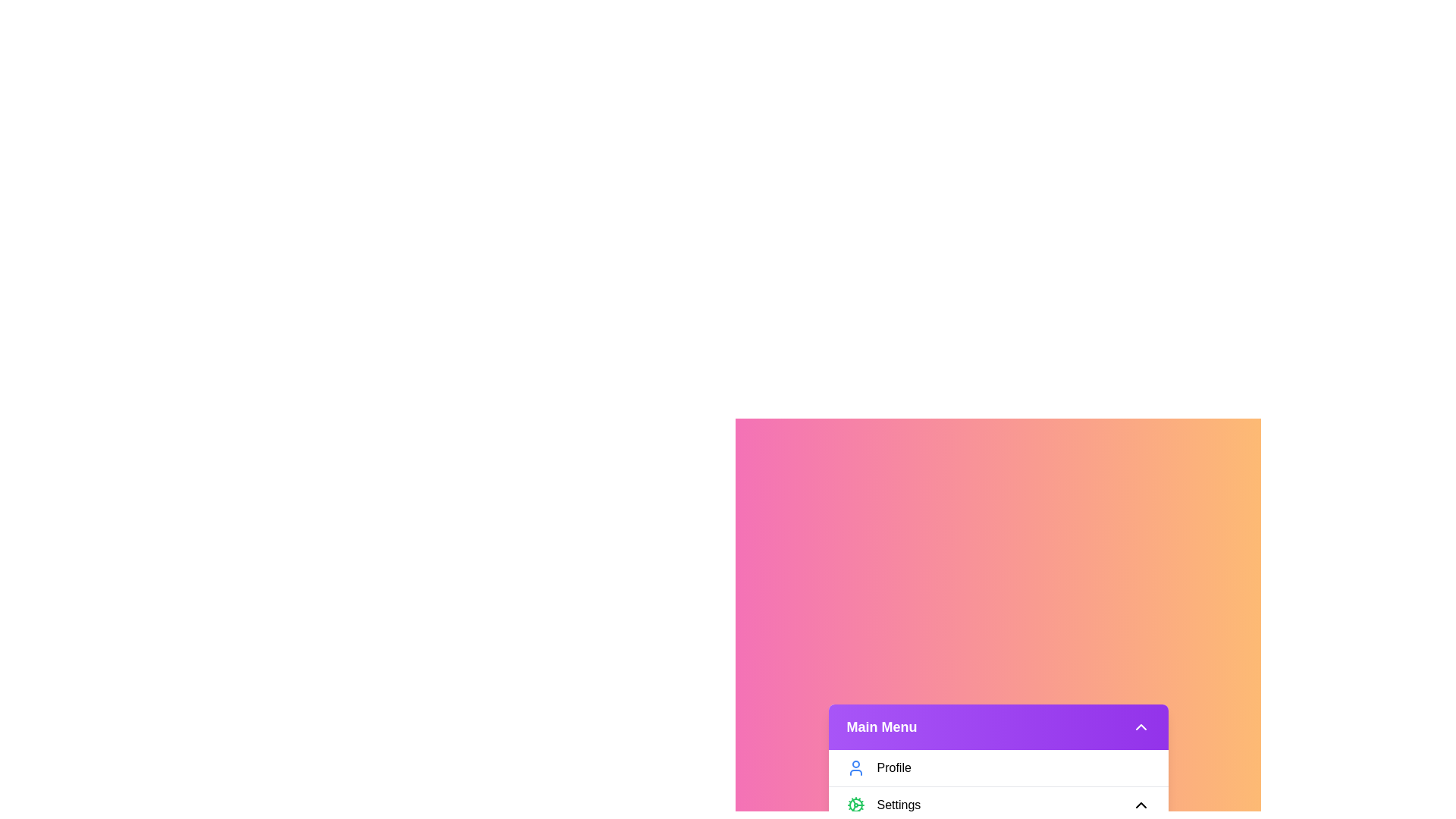 The image size is (1456, 819). I want to click on the user profile icon located to the left of the 'Profile' text in the menu, so click(855, 767).